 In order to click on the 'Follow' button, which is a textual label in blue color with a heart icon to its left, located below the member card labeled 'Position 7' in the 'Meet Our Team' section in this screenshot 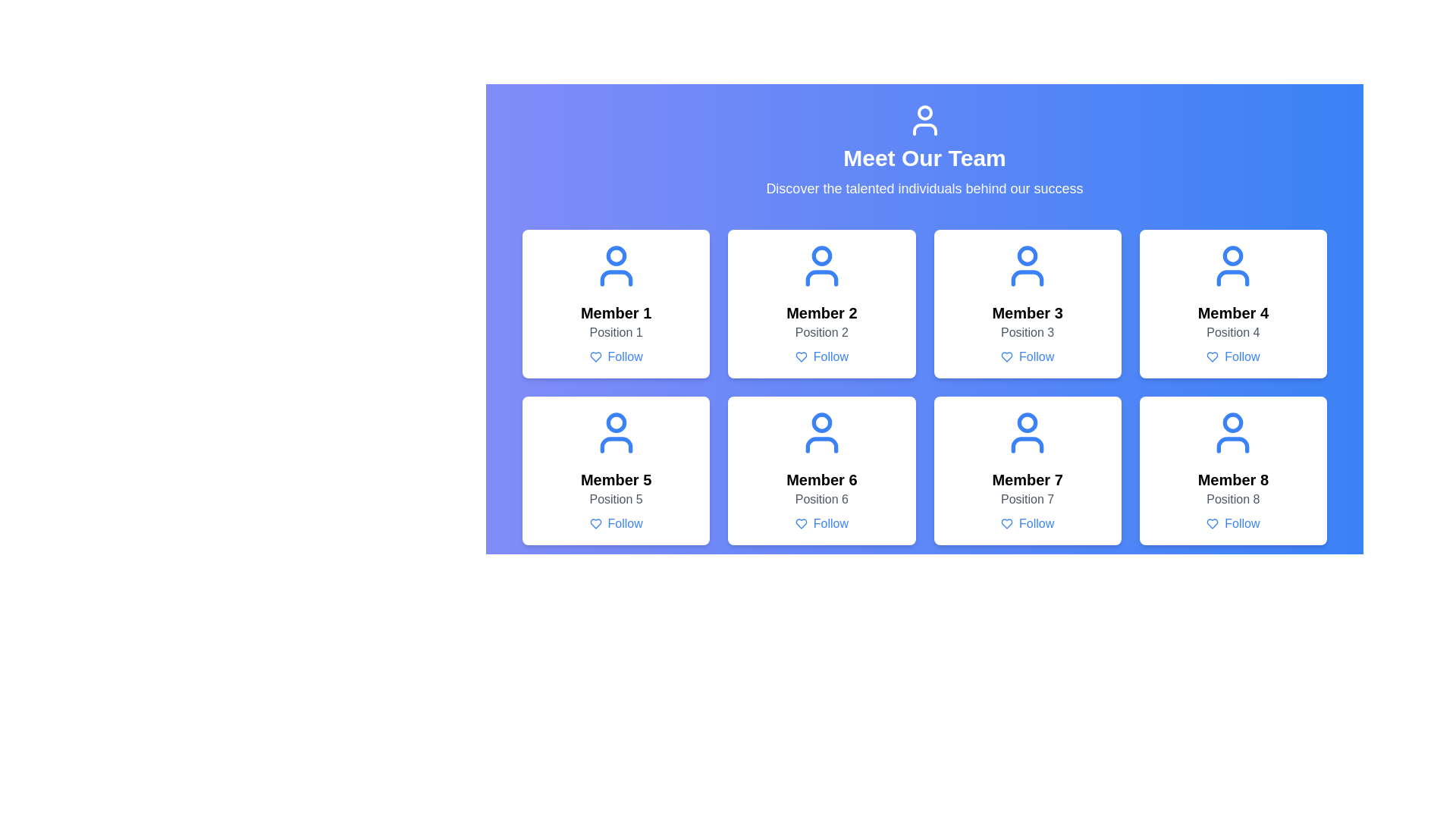, I will do `click(1036, 522)`.